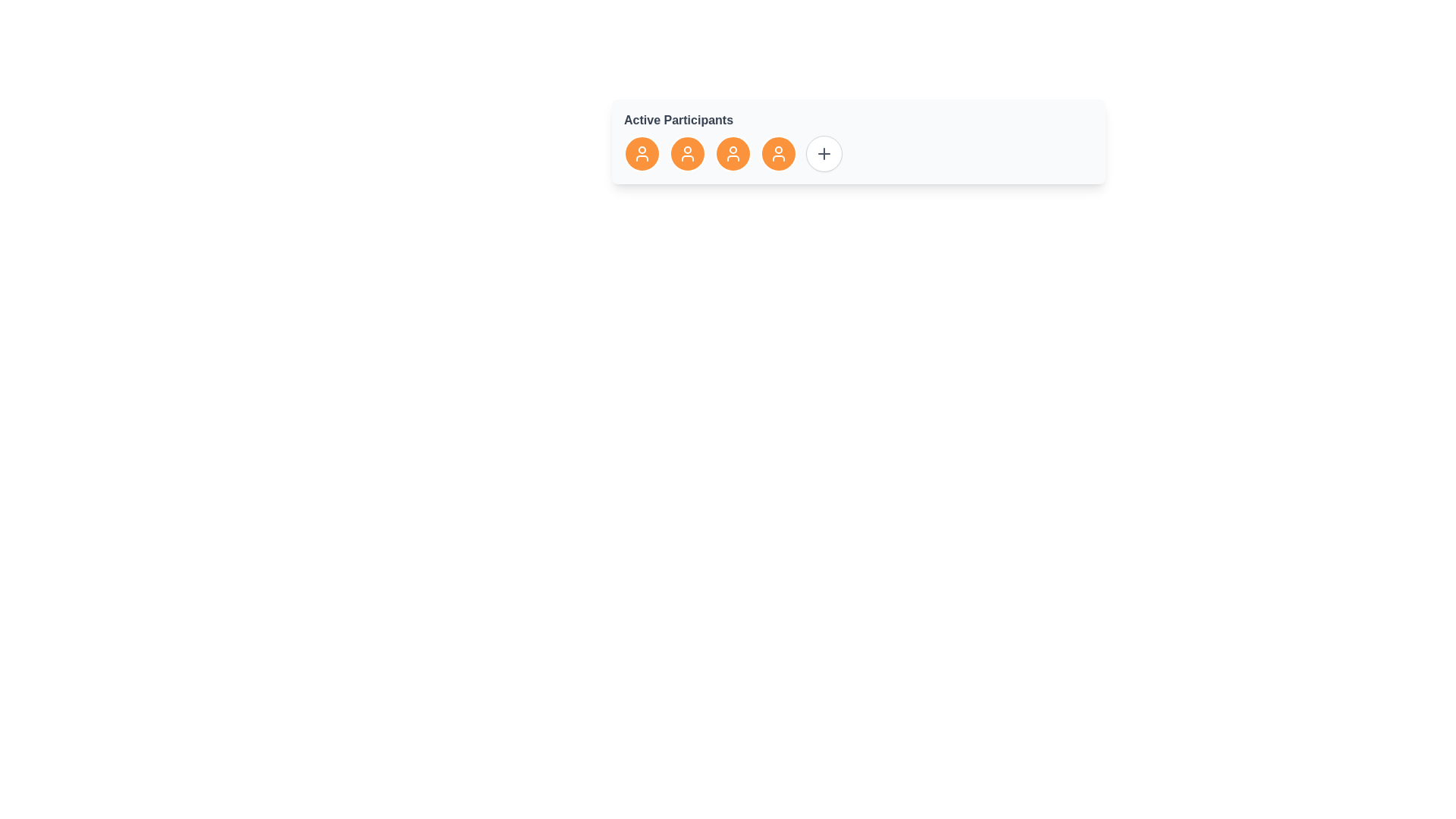 The image size is (1456, 819). What do you see at coordinates (823, 154) in the screenshot?
I see `the rounded button with a plus symbol located on the far-right side of a group of icons` at bounding box center [823, 154].